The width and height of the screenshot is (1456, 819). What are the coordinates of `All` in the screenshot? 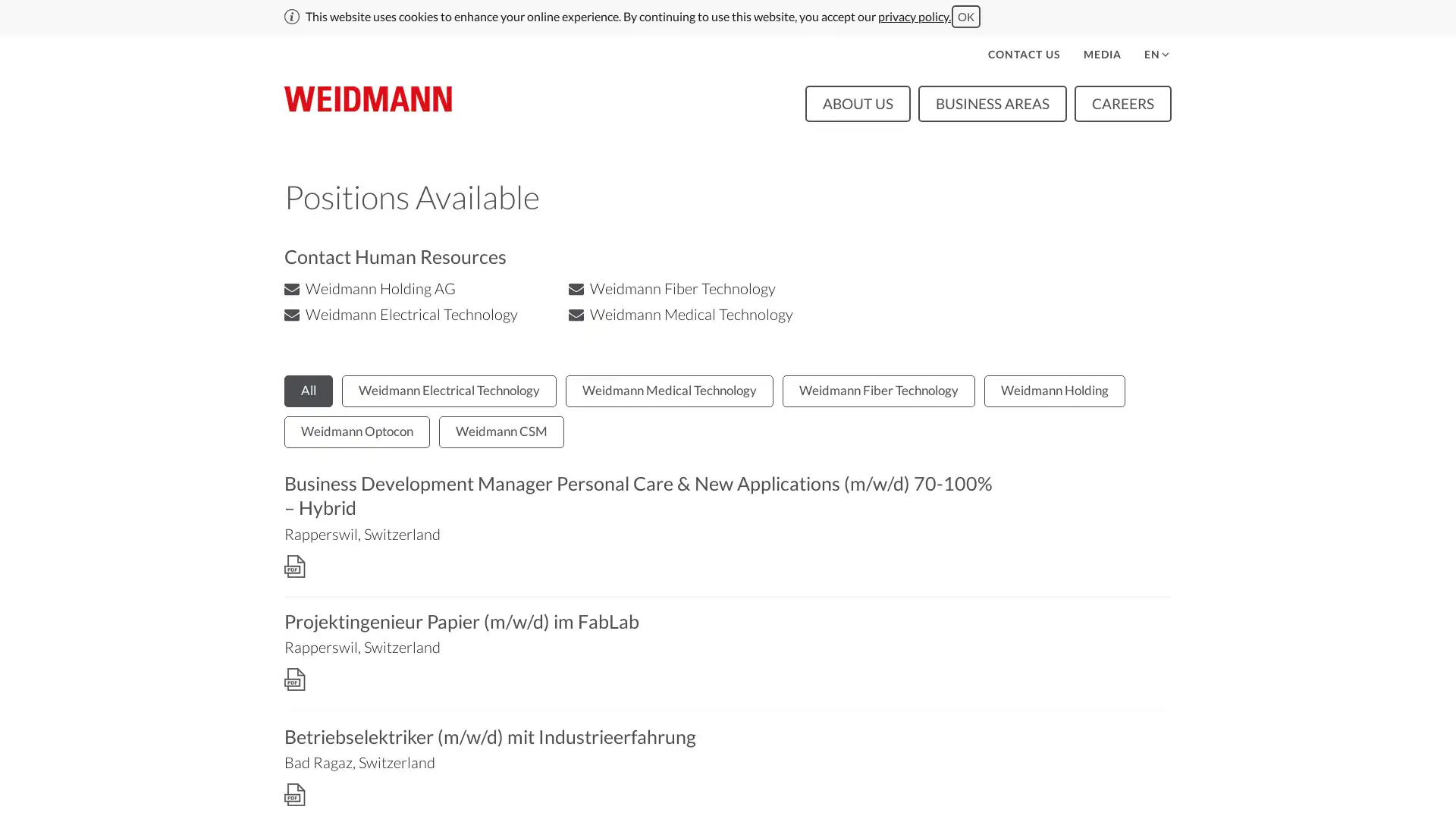 It's located at (308, 356).